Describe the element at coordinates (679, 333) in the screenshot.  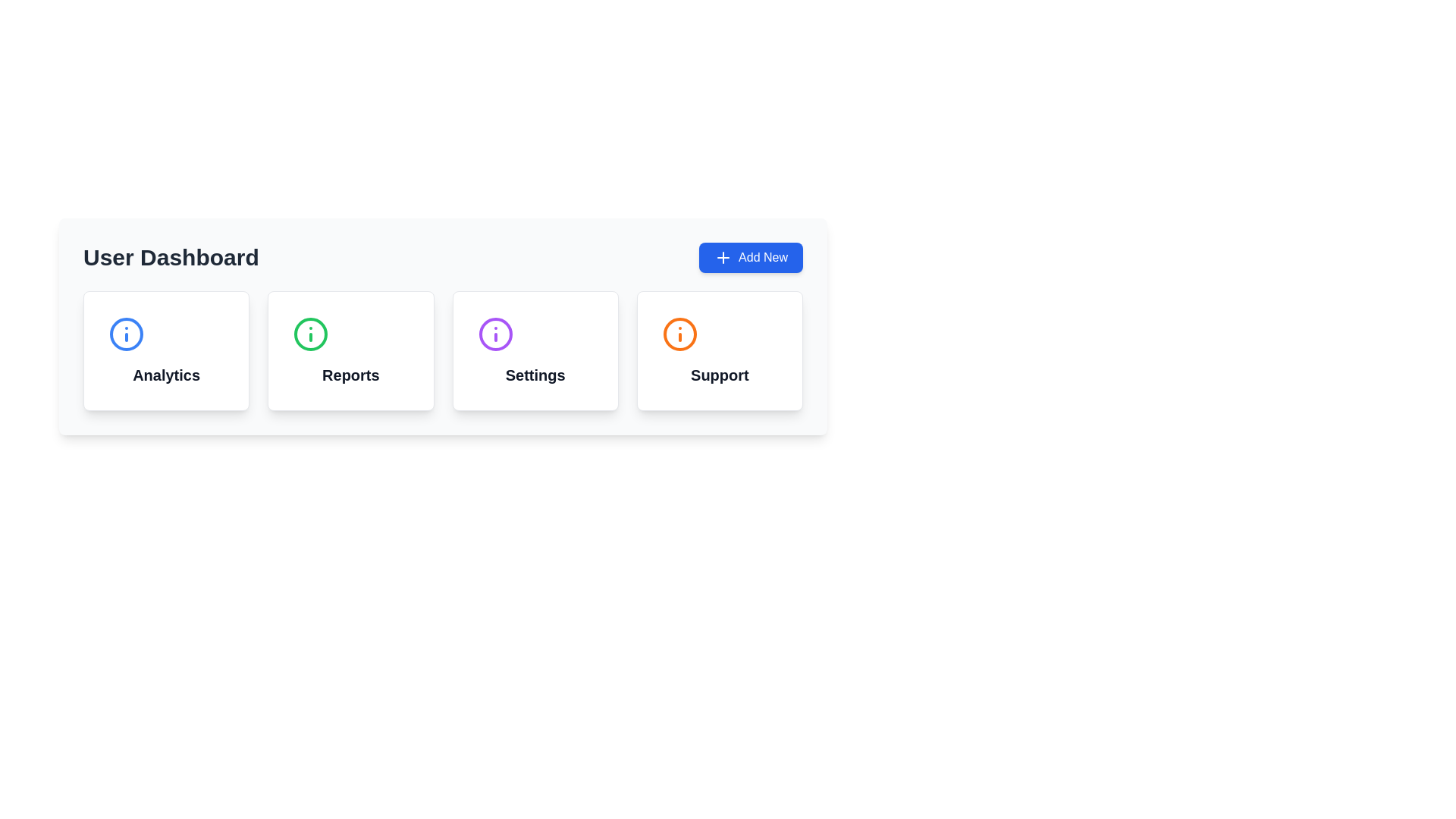
I see `the information icon located in the 'Support' section of the dashboard` at that location.